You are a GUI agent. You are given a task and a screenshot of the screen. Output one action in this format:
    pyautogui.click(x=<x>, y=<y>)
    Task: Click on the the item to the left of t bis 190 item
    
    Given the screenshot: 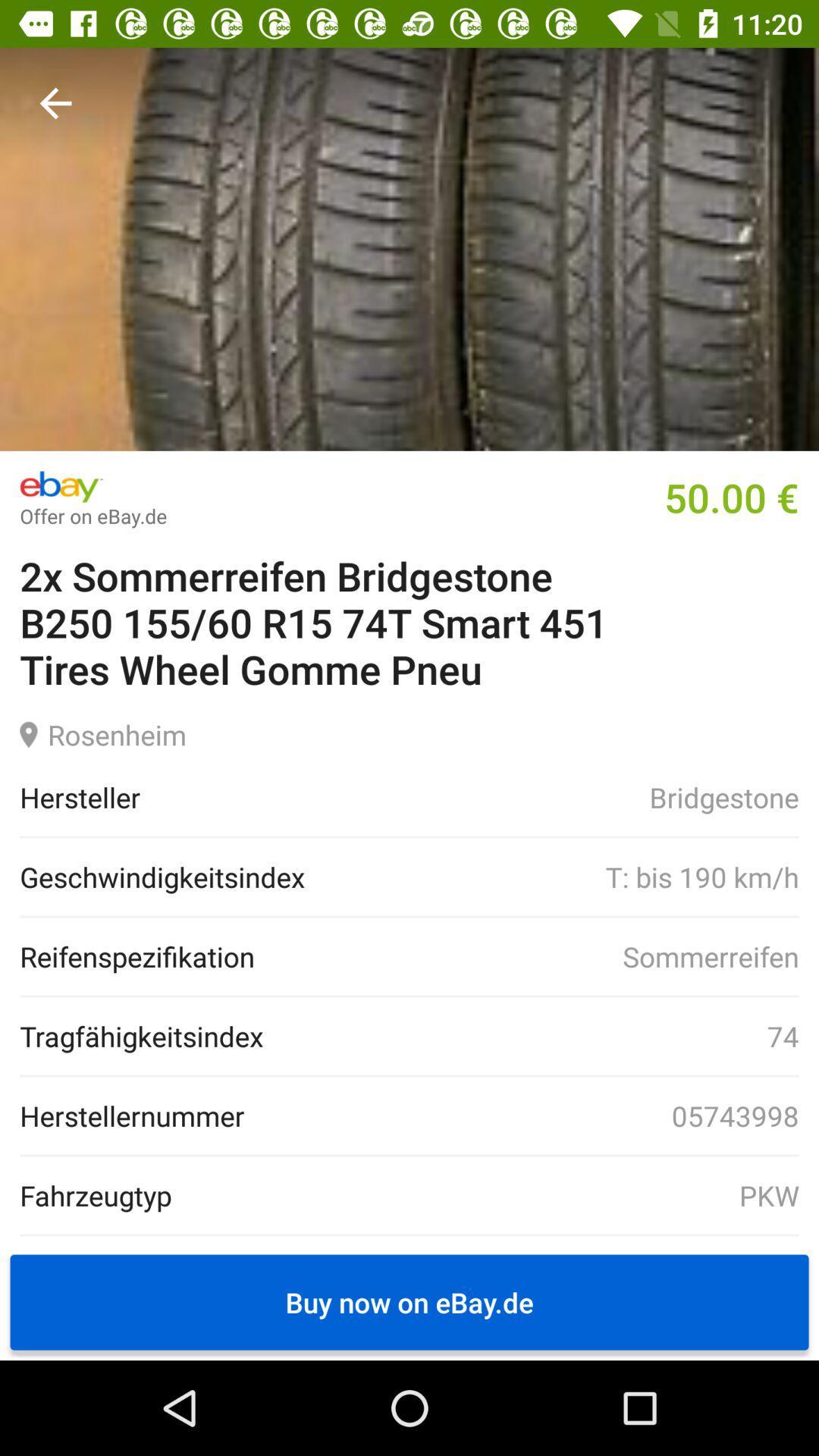 What is the action you would take?
    pyautogui.click(x=162, y=877)
    